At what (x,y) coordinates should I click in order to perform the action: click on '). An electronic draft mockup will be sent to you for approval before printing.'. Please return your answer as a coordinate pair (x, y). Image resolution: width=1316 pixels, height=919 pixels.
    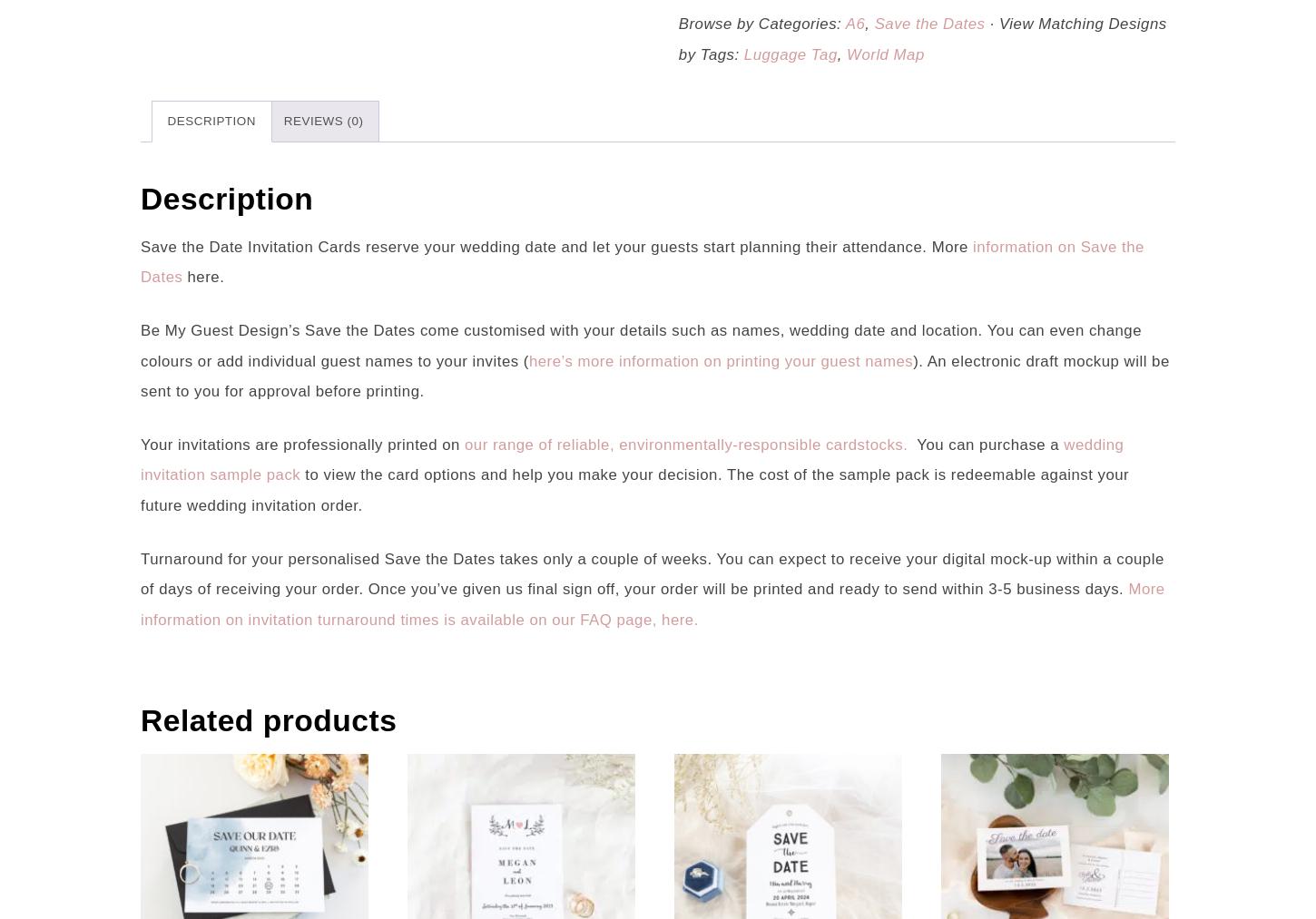
    Looking at the image, I should click on (140, 375).